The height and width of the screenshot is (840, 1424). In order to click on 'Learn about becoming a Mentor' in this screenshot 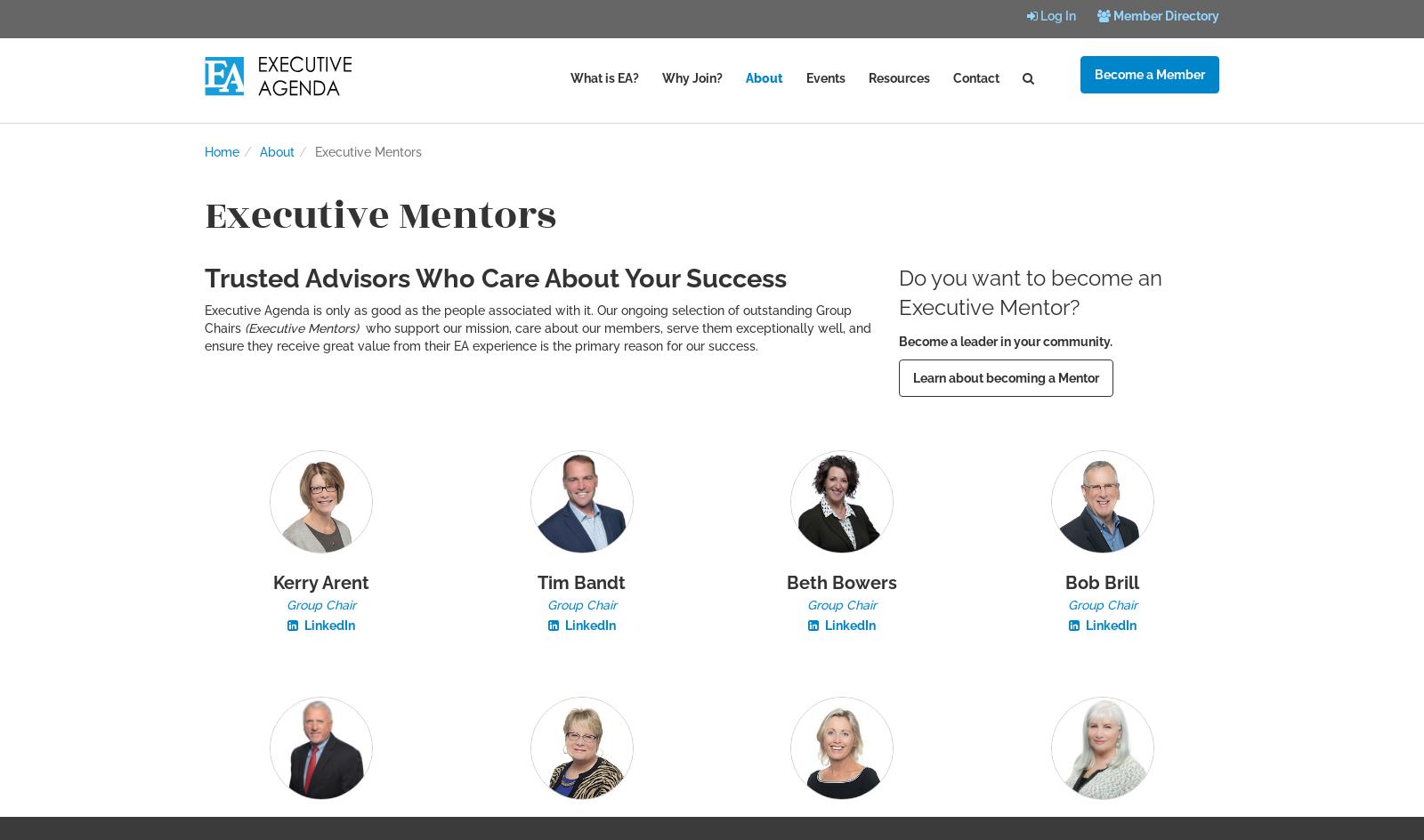, I will do `click(1006, 376)`.